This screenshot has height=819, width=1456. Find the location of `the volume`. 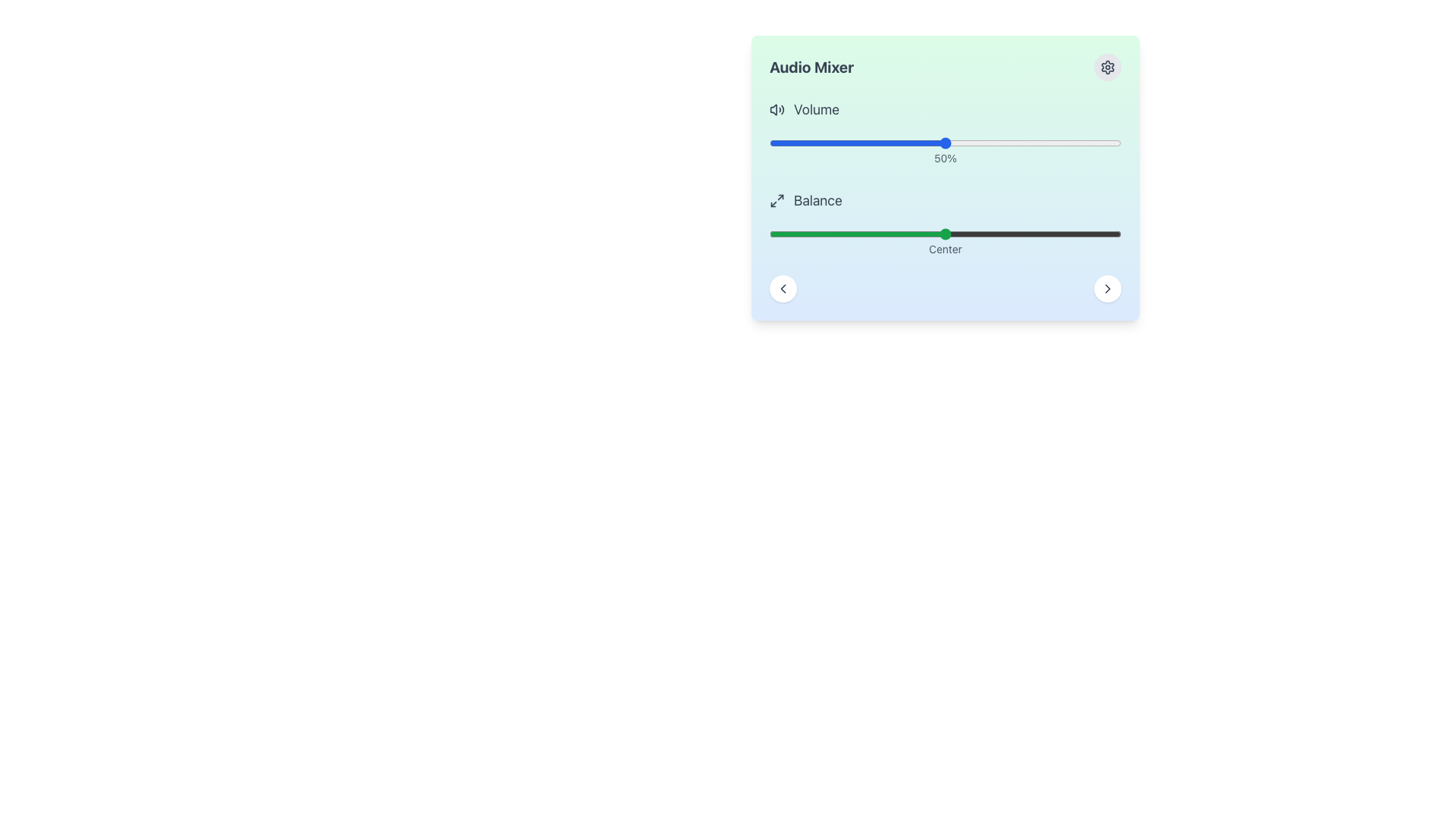

the volume is located at coordinates (804, 143).